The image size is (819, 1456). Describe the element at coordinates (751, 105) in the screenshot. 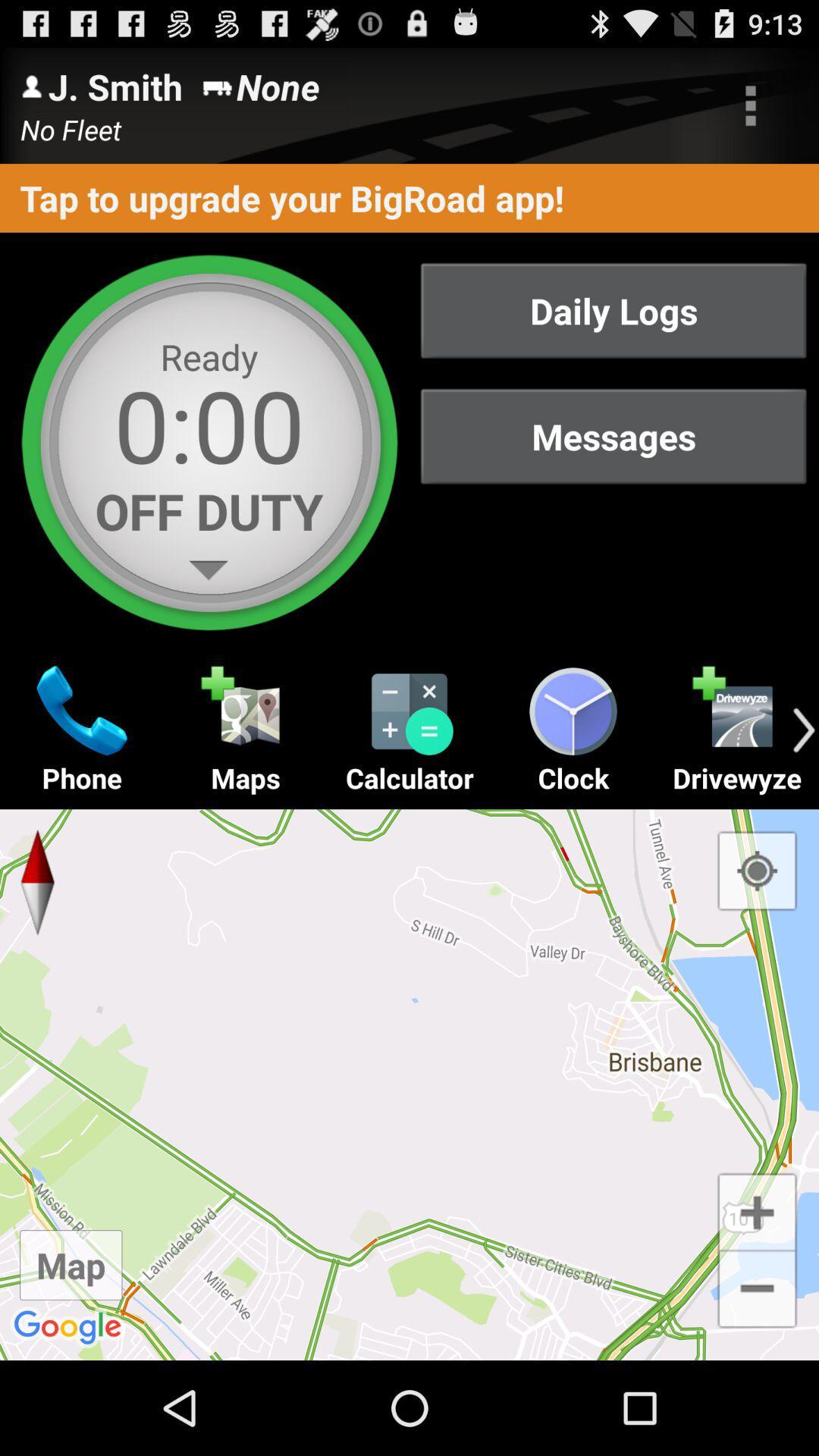

I see `item next to none` at that location.